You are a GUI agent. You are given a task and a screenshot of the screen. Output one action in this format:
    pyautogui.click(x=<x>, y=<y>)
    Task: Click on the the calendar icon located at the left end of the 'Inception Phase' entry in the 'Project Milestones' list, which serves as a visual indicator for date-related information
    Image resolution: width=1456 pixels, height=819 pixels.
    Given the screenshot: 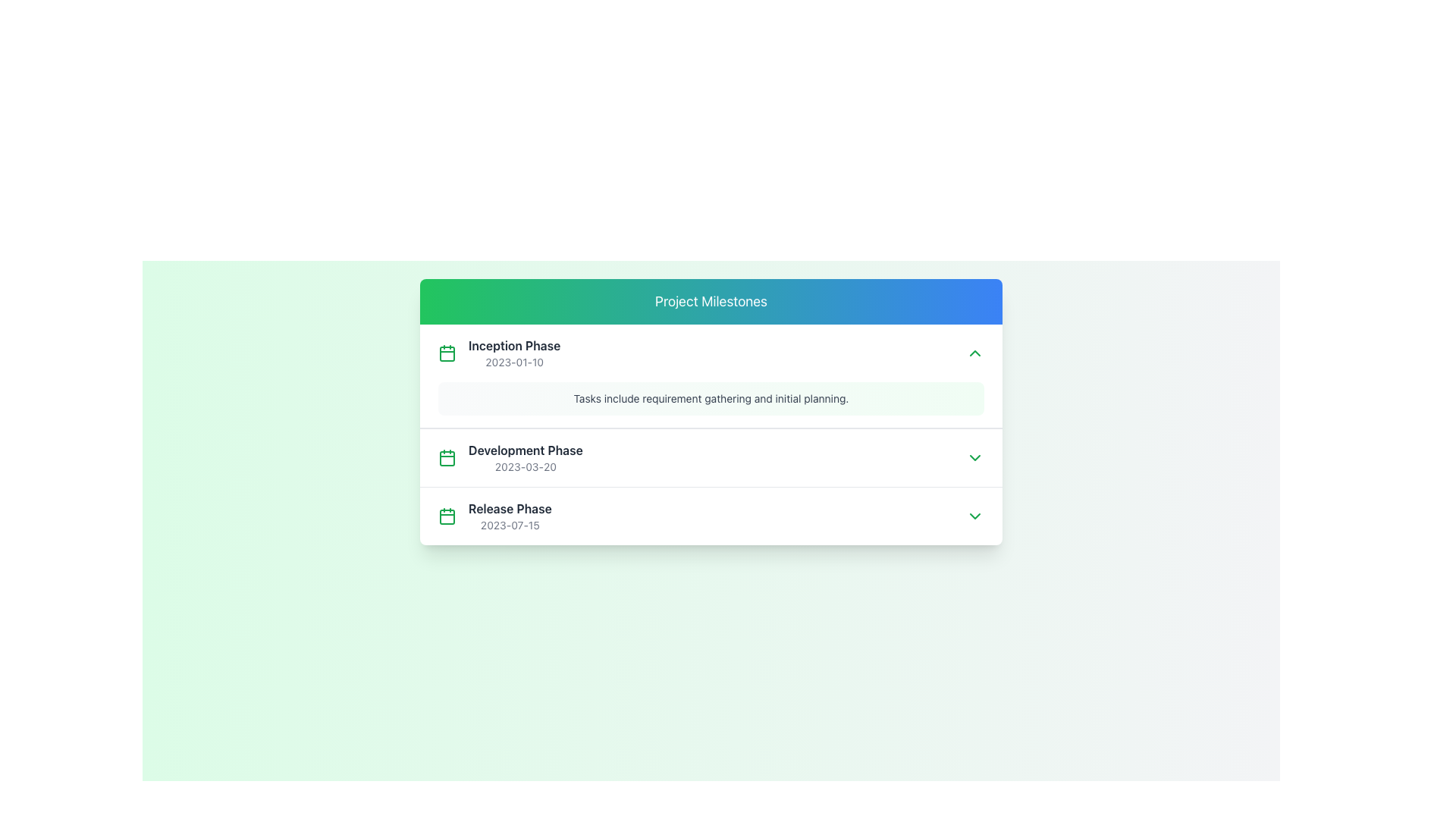 What is the action you would take?
    pyautogui.click(x=447, y=516)
    